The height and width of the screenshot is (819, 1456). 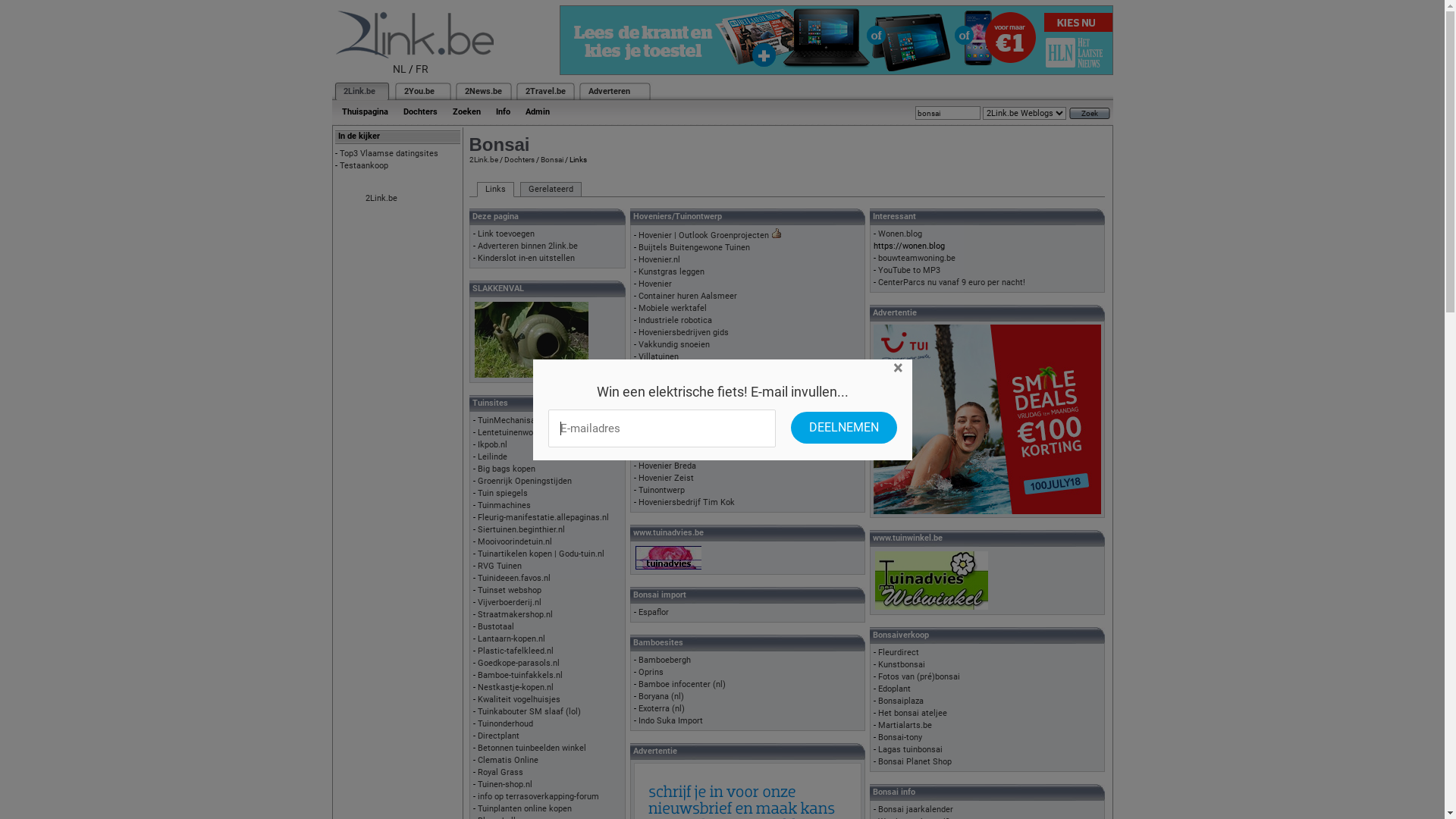 I want to click on 'Siertuinen.beginthier.nl', so click(x=521, y=529).